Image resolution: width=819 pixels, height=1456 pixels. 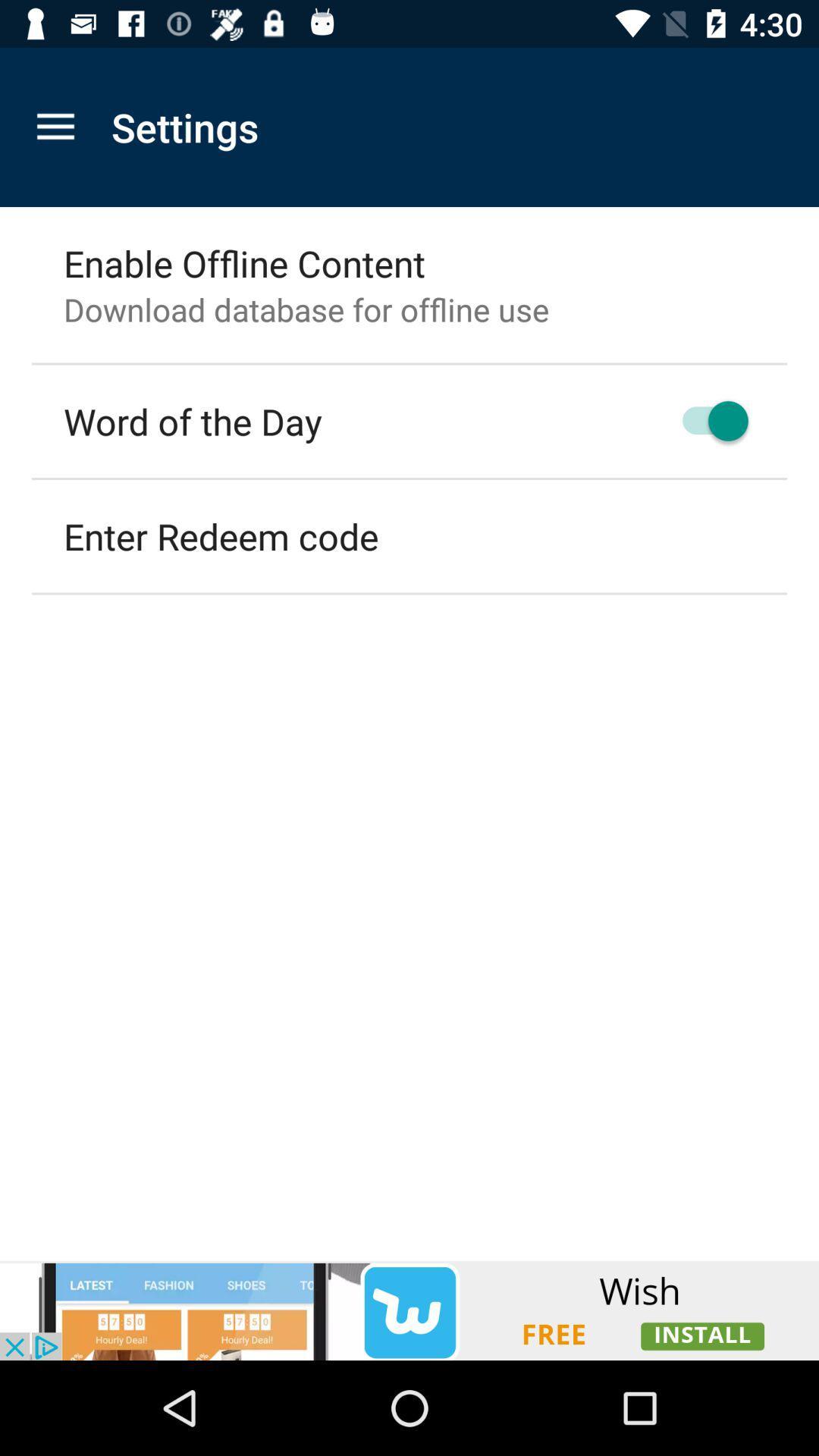 What do you see at coordinates (409, 1310) in the screenshot?
I see `advertisement display` at bounding box center [409, 1310].